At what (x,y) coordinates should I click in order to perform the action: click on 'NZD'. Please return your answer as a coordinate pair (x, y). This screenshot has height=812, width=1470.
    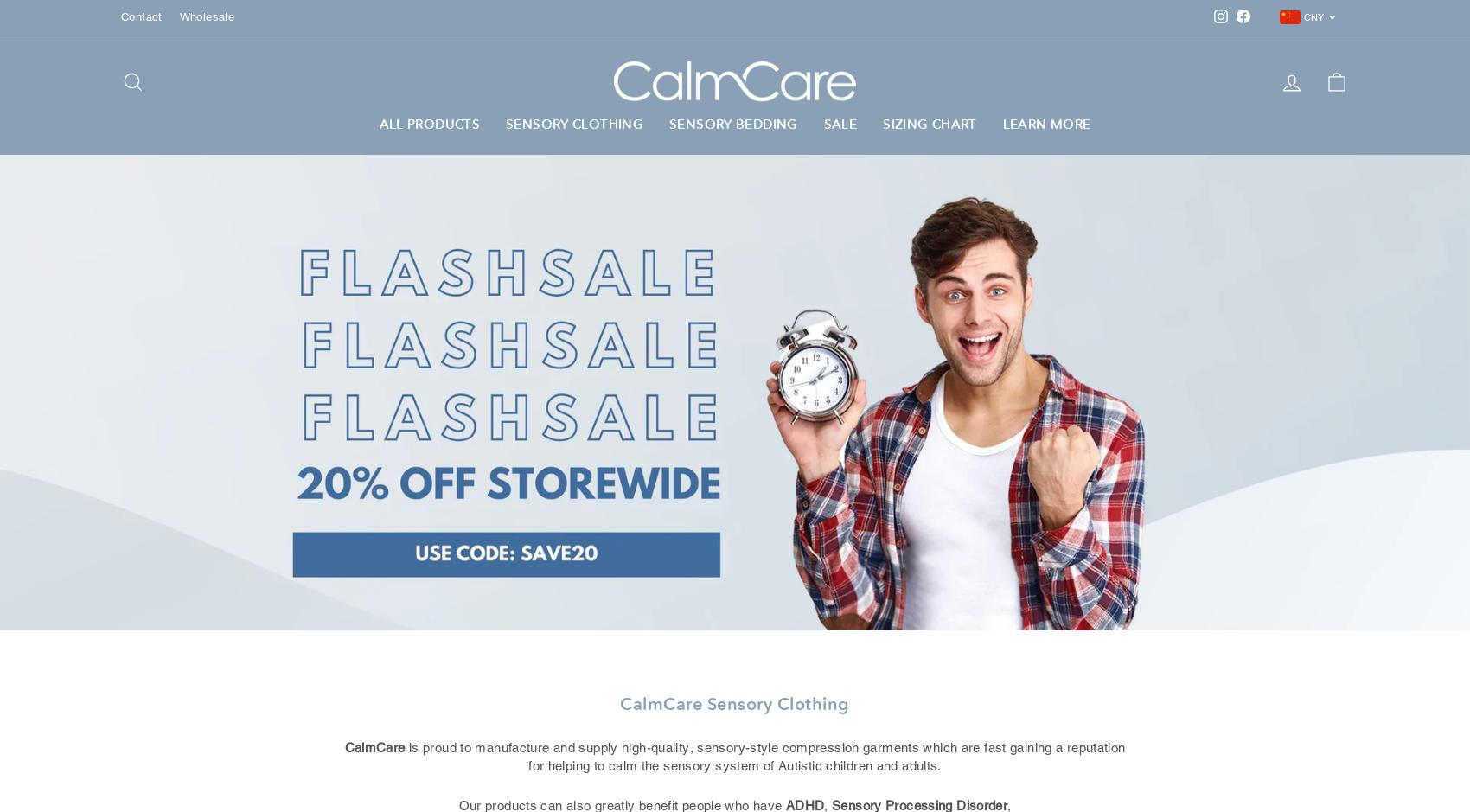
    Looking at the image, I should click on (1299, 145).